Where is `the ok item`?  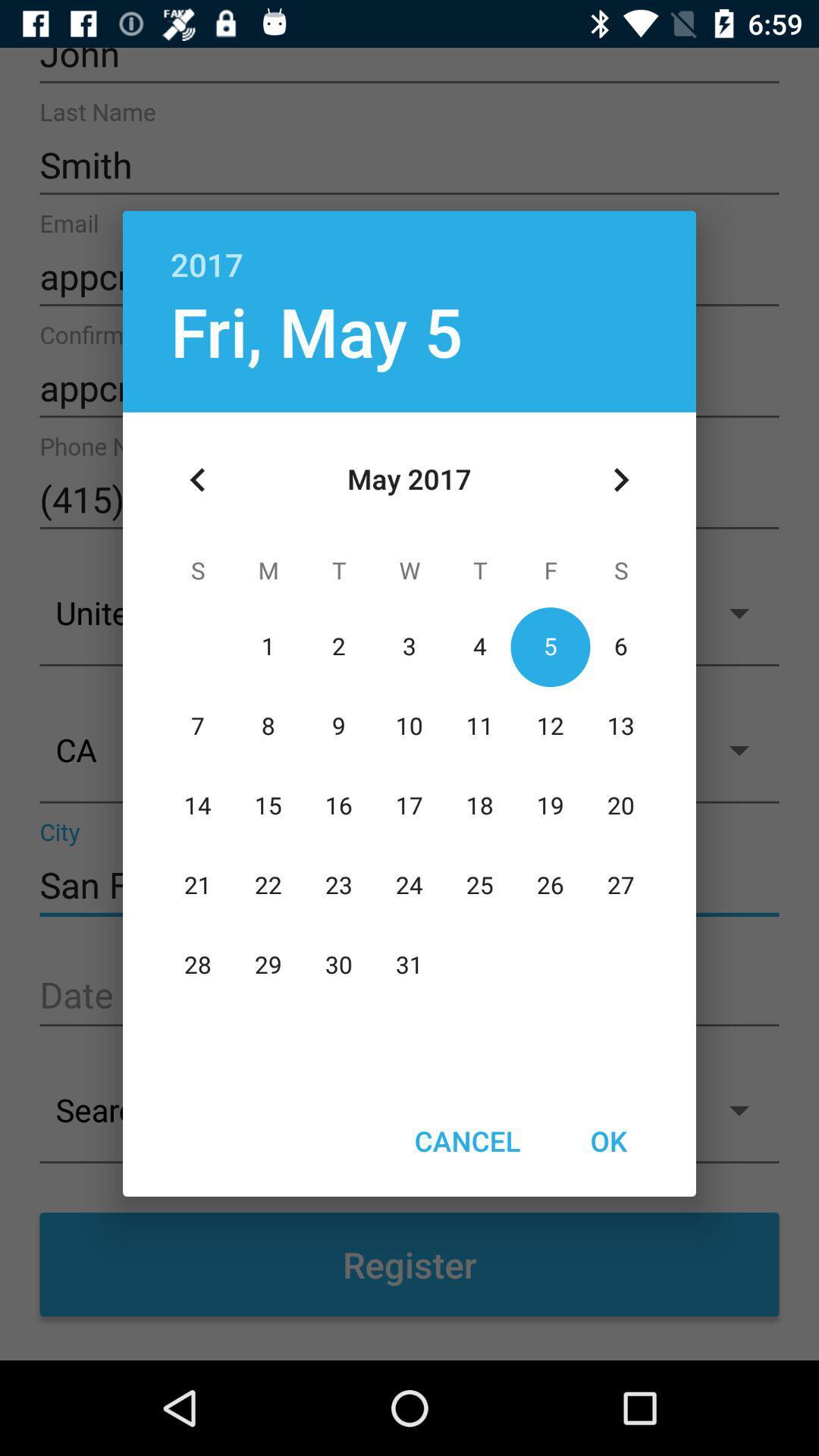
the ok item is located at coordinates (607, 1141).